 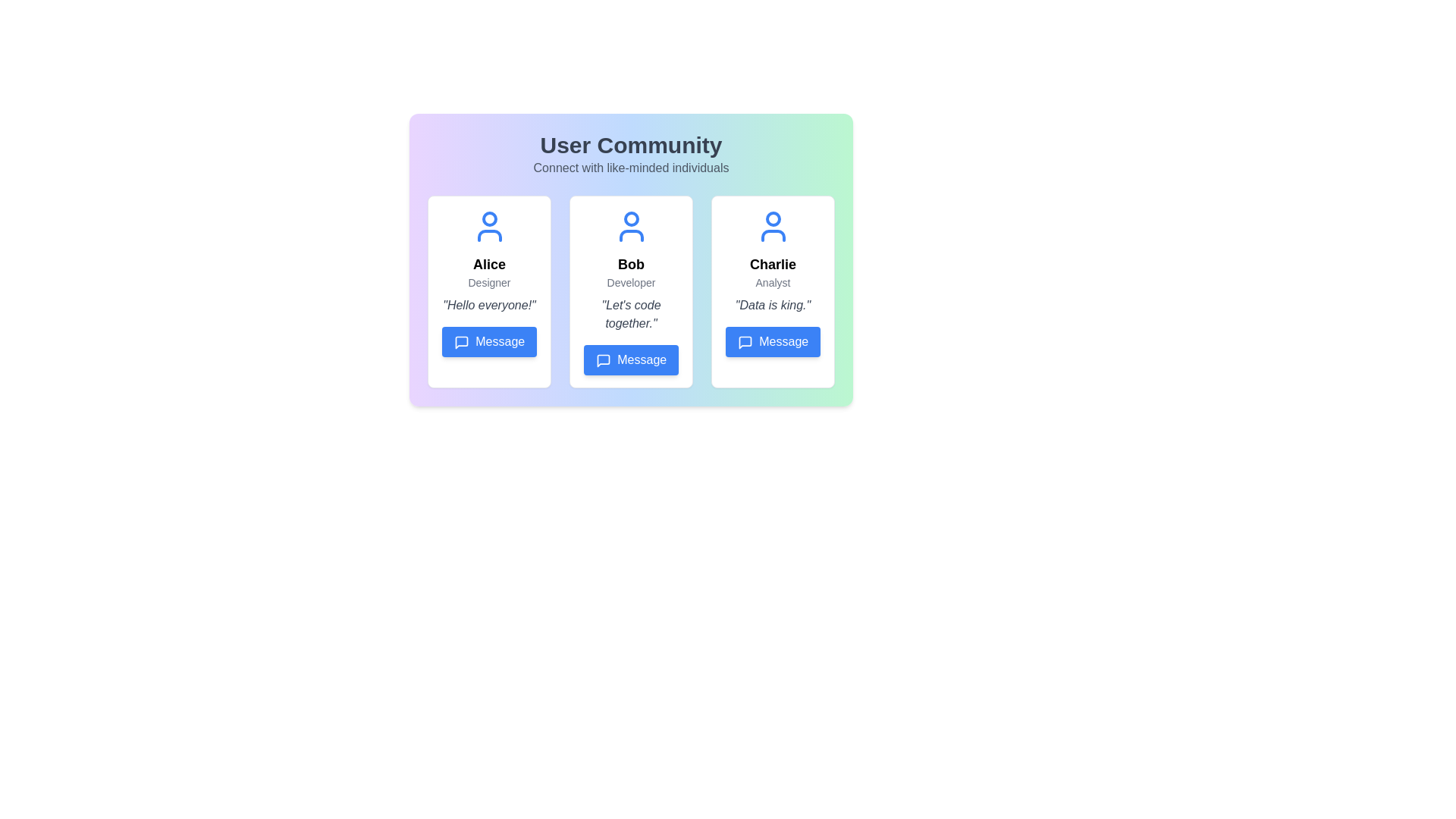 I want to click on the text label styled in gray color and small font size that reads 'Analyst', positioned below the name 'Charlie' in the user card, so click(x=773, y=283).